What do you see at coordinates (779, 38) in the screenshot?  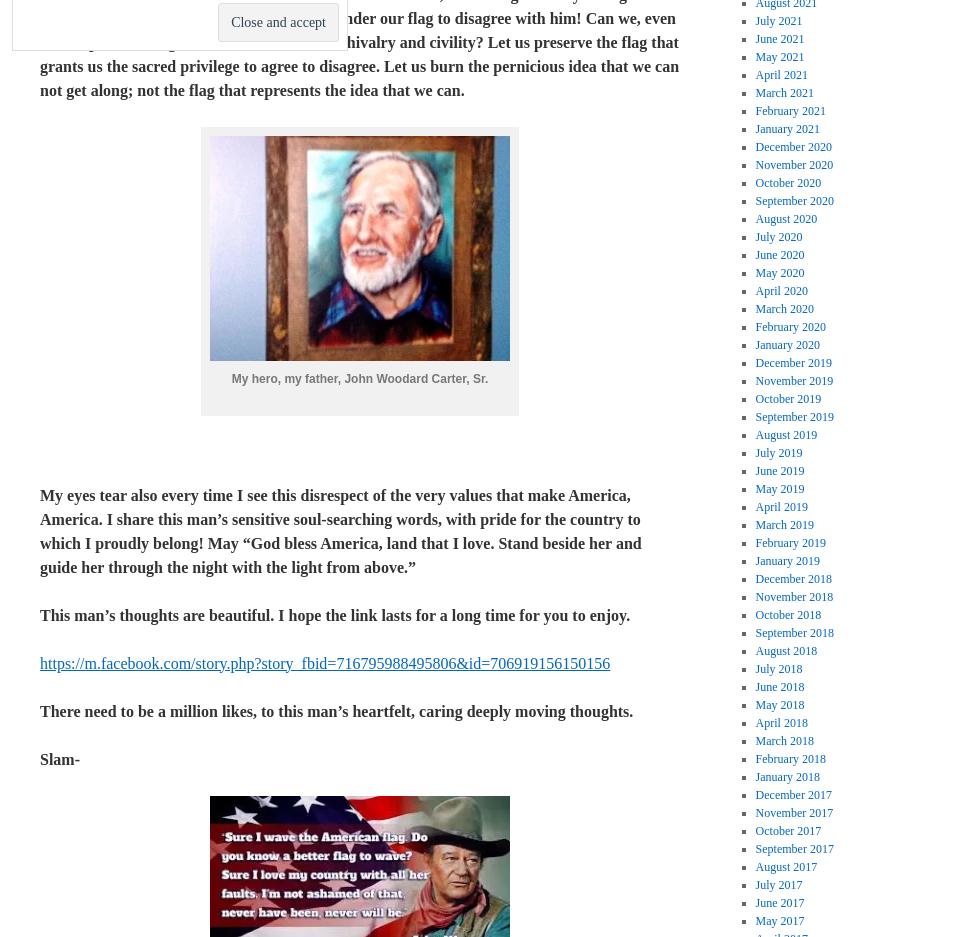 I see `'June 2021'` at bounding box center [779, 38].